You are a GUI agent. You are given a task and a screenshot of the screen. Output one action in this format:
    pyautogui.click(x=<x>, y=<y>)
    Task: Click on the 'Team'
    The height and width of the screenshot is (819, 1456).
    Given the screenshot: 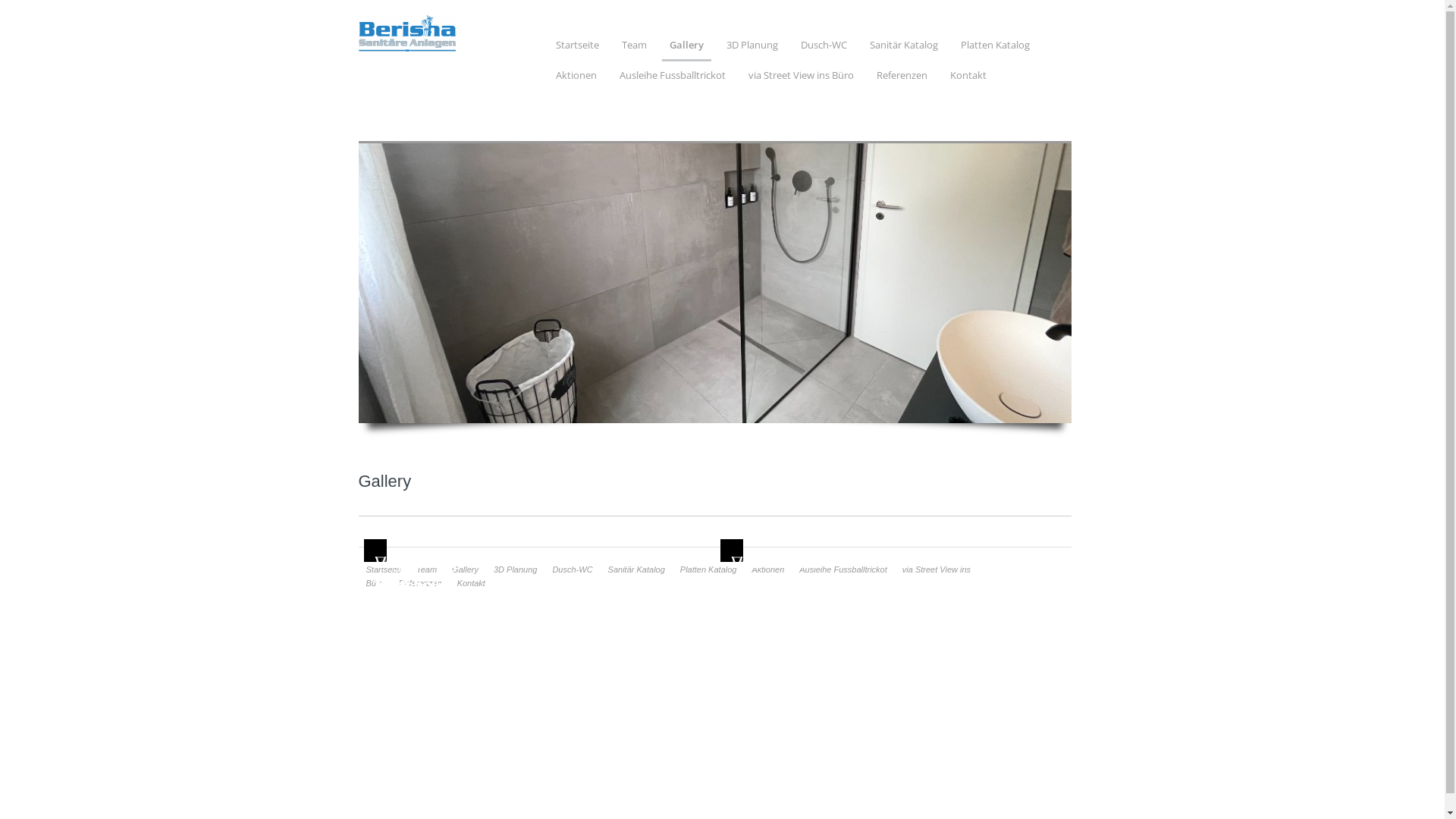 What is the action you would take?
    pyautogui.click(x=634, y=48)
    